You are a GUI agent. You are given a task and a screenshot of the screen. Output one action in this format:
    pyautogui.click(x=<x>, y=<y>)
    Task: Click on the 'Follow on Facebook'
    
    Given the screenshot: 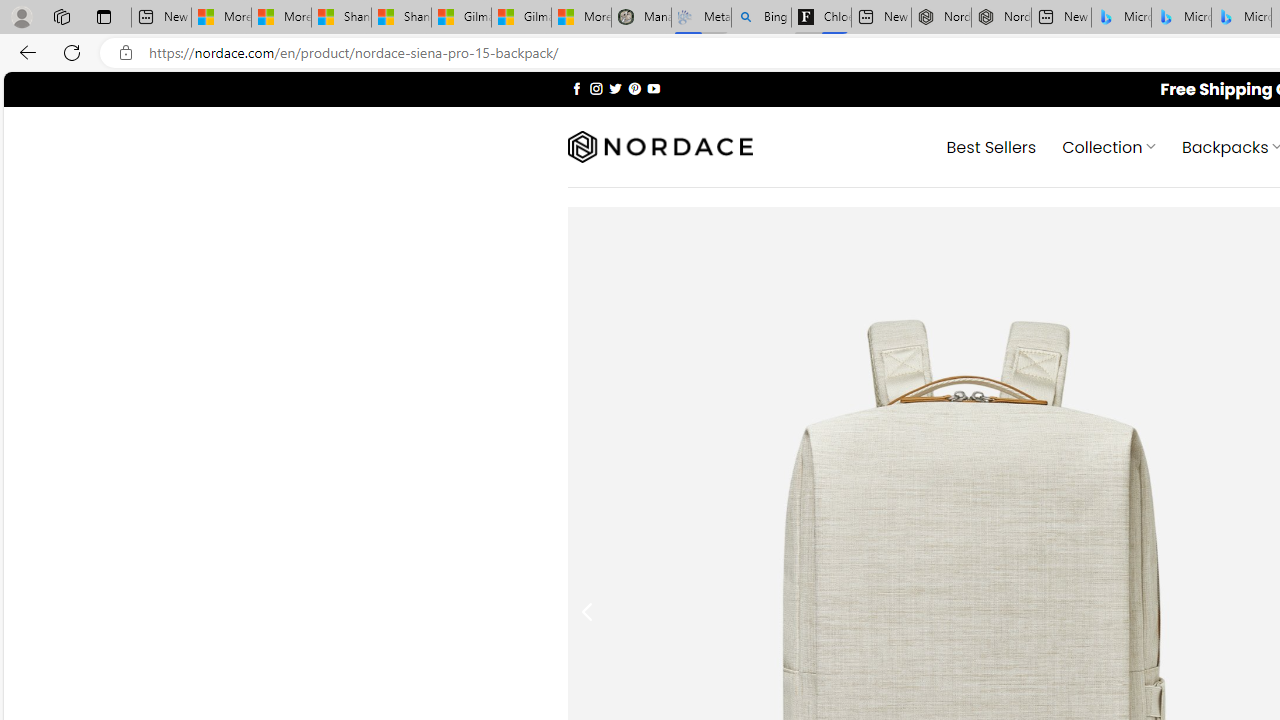 What is the action you would take?
    pyautogui.click(x=576, y=87)
    